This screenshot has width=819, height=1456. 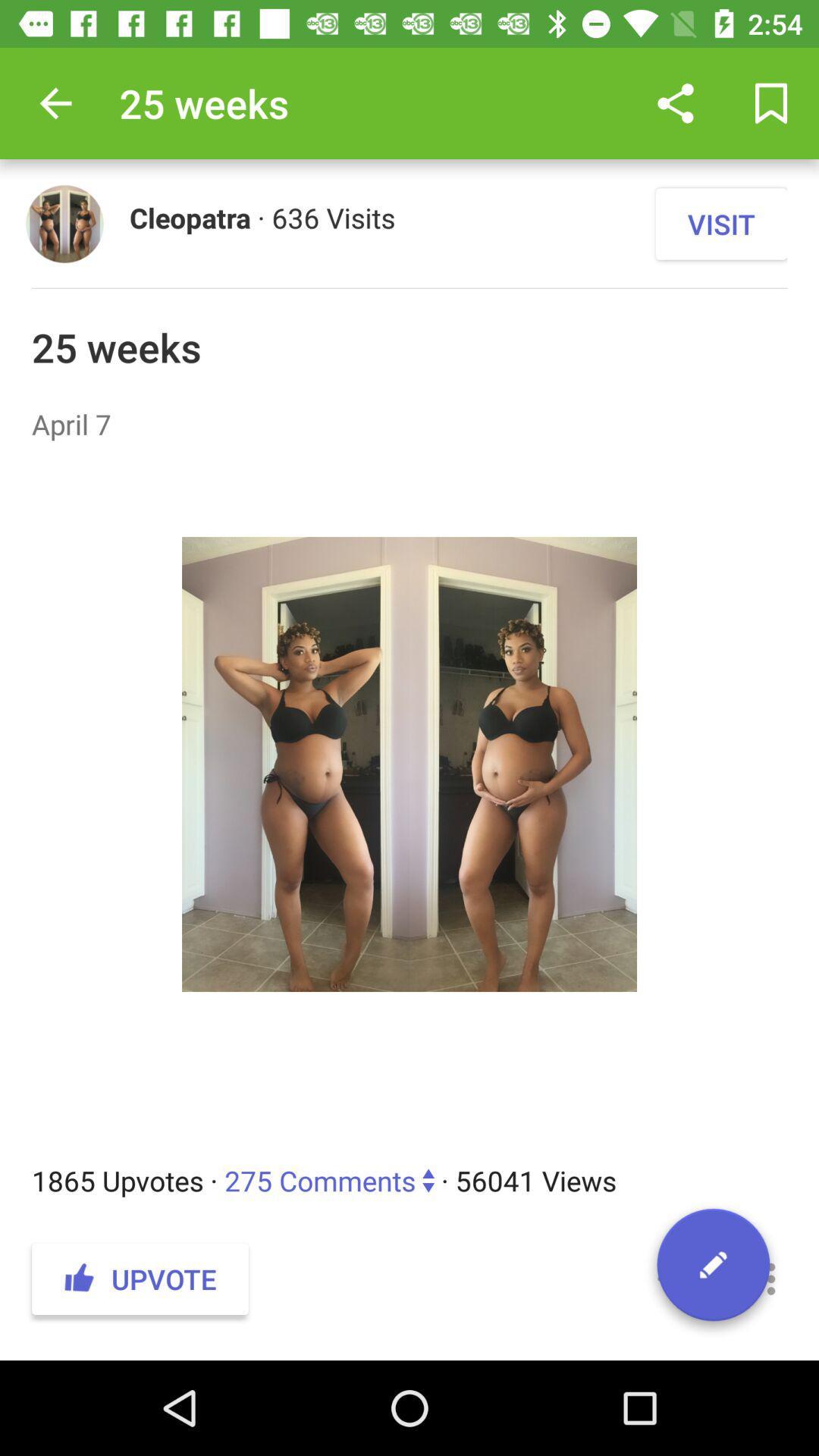 I want to click on app to the right of 25 weeks app, so click(x=675, y=102).